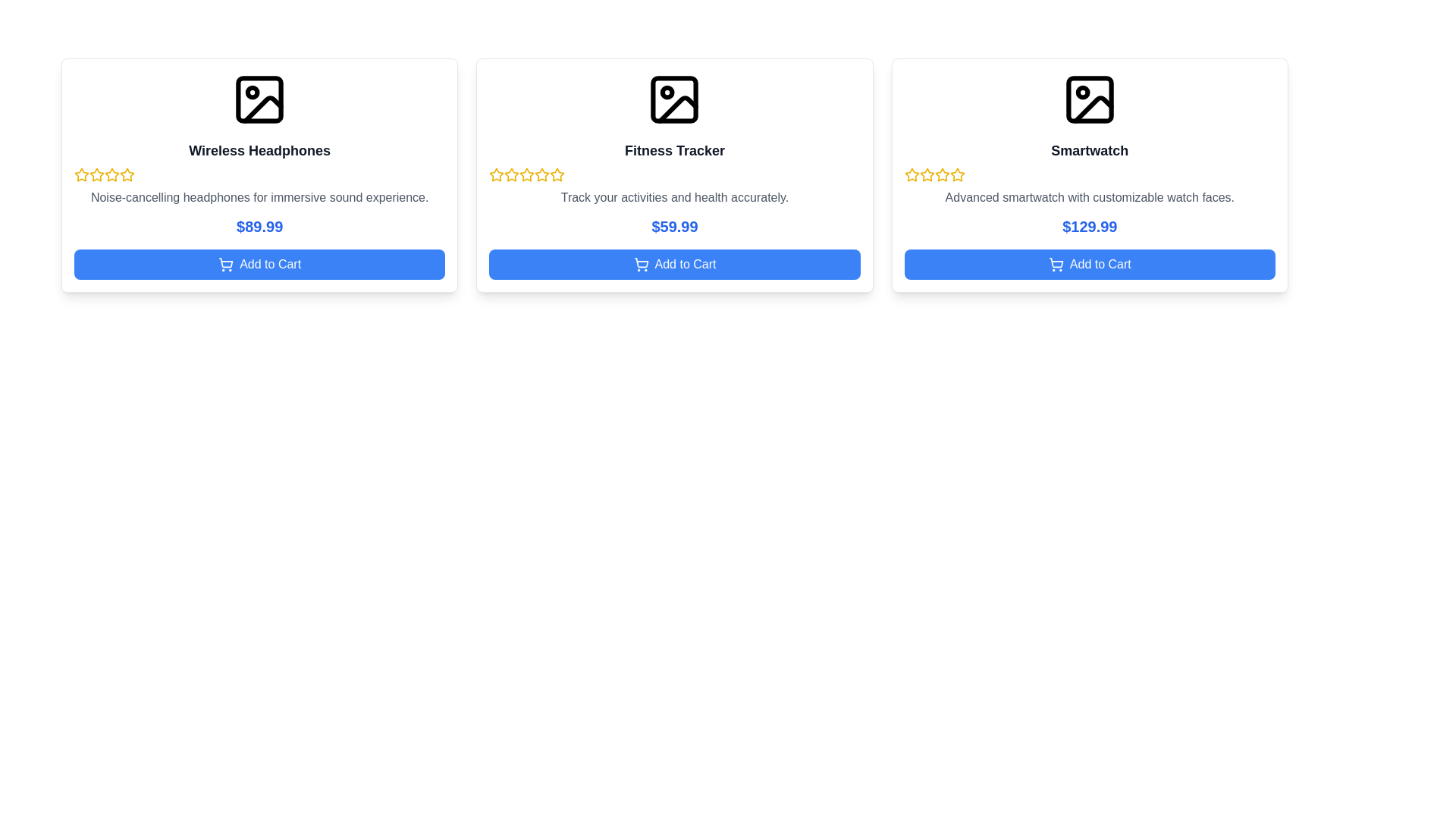 This screenshot has height=819, width=1456. I want to click on the 'Add to Cart' icon located within the 'Add to Cart' button for the 'Smartwatch' product card, which is the rightmost card in the set of three, so click(1055, 263).